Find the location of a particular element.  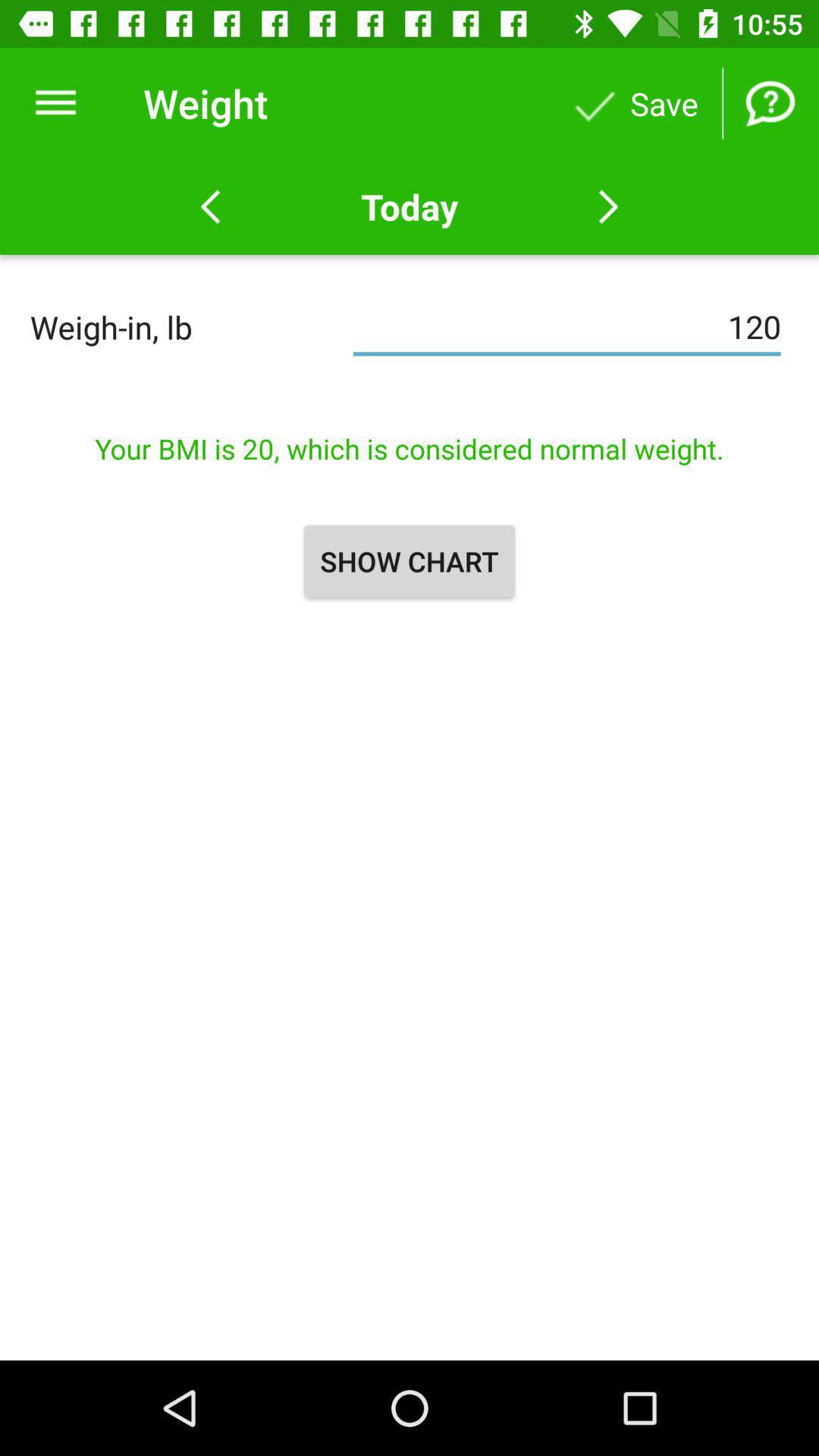

the icon below the weight item is located at coordinates (409, 206).